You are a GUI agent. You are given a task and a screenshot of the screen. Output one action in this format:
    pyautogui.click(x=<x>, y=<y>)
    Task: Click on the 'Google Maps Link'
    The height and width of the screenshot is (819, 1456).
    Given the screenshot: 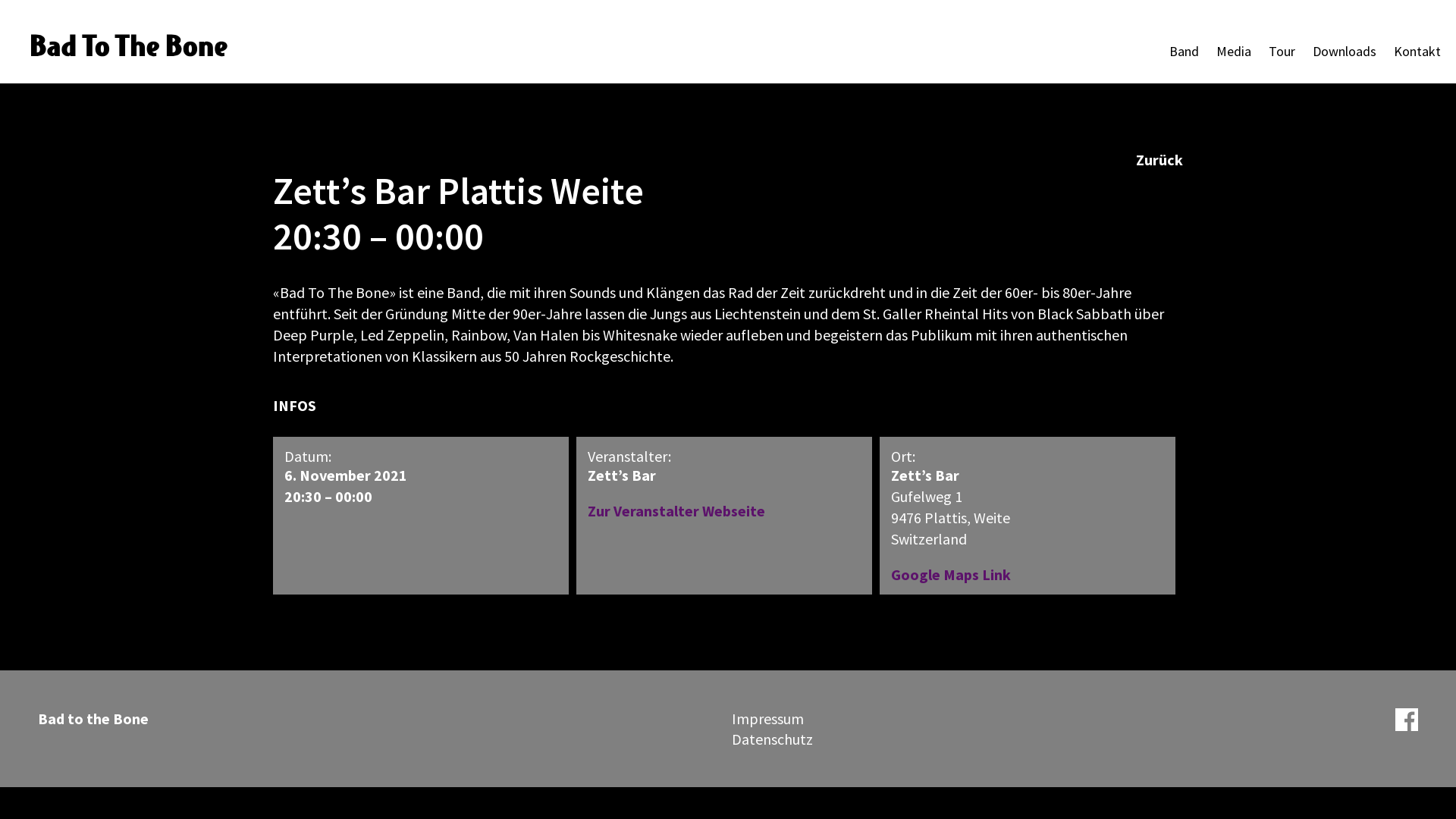 What is the action you would take?
    pyautogui.click(x=949, y=574)
    